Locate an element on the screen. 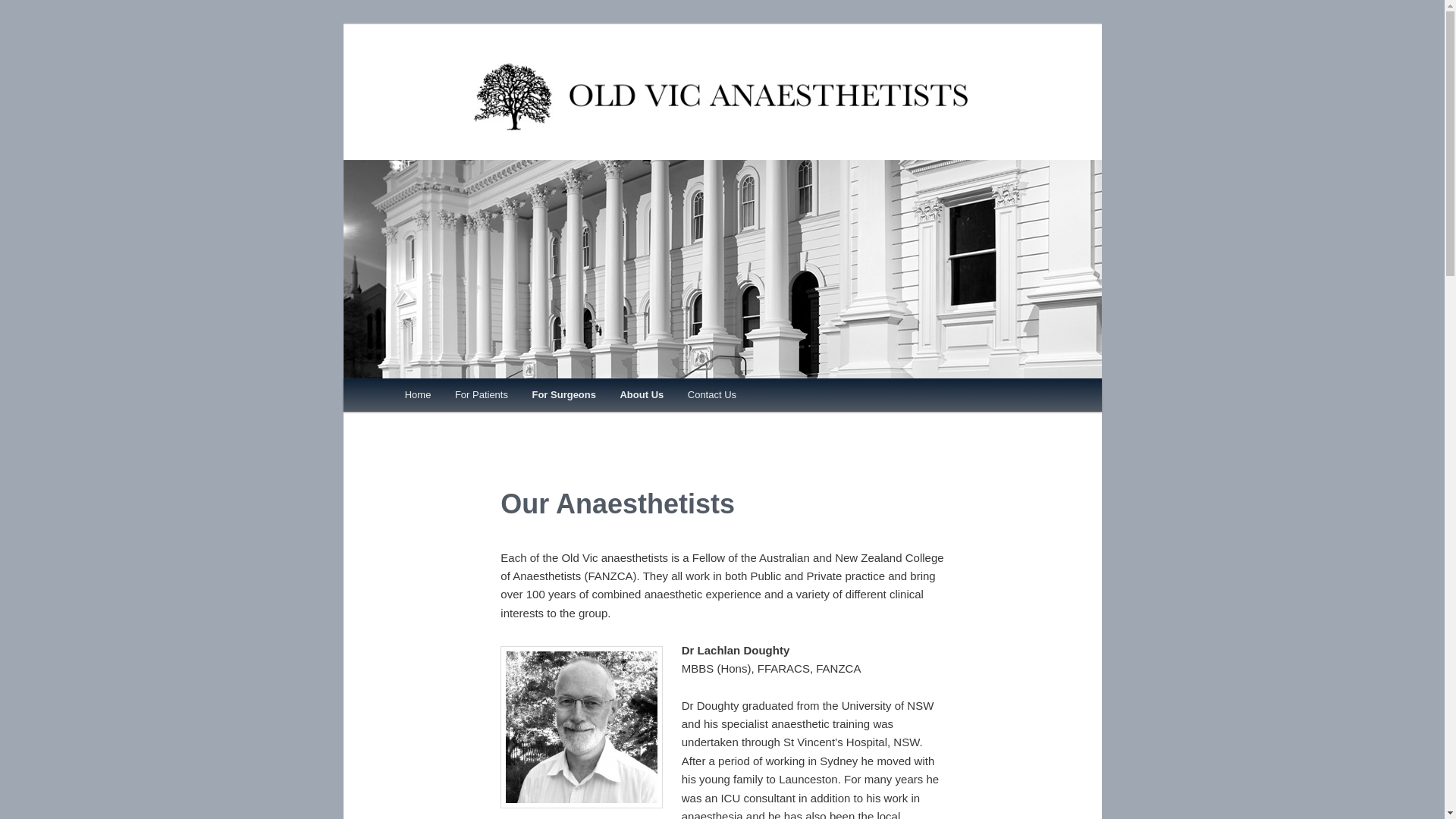 The image size is (1456, 819). 'For Surgeons' is located at coordinates (563, 394).